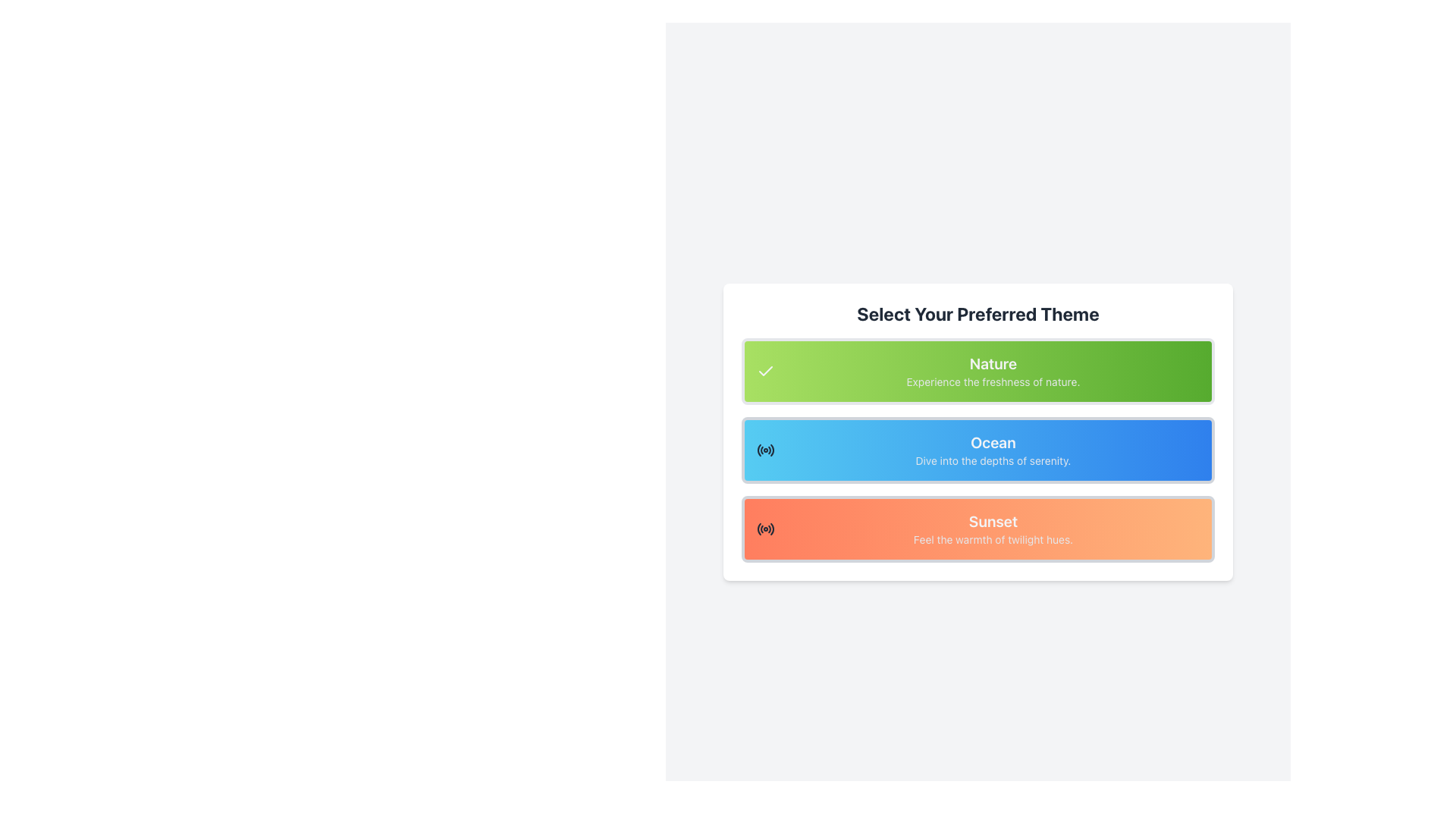 The image size is (1456, 819). Describe the element at coordinates (993, 460) in the screenshot. I see `the text label that reads 'Dive into the depths of serenity.' located below the 'Ocean' header in the blue box of the theme selection options` at that location.